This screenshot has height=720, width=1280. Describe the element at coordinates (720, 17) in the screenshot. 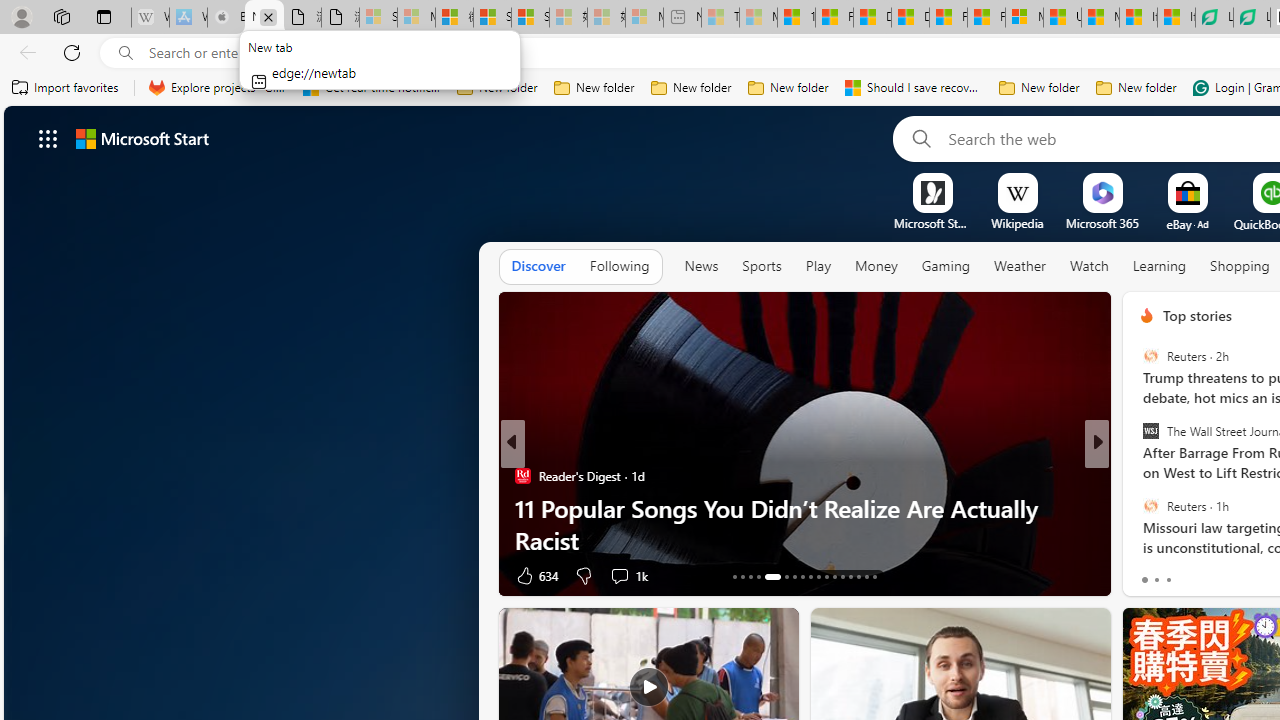

I see `'Top Stories - MSN - Sleeping'` at that location.